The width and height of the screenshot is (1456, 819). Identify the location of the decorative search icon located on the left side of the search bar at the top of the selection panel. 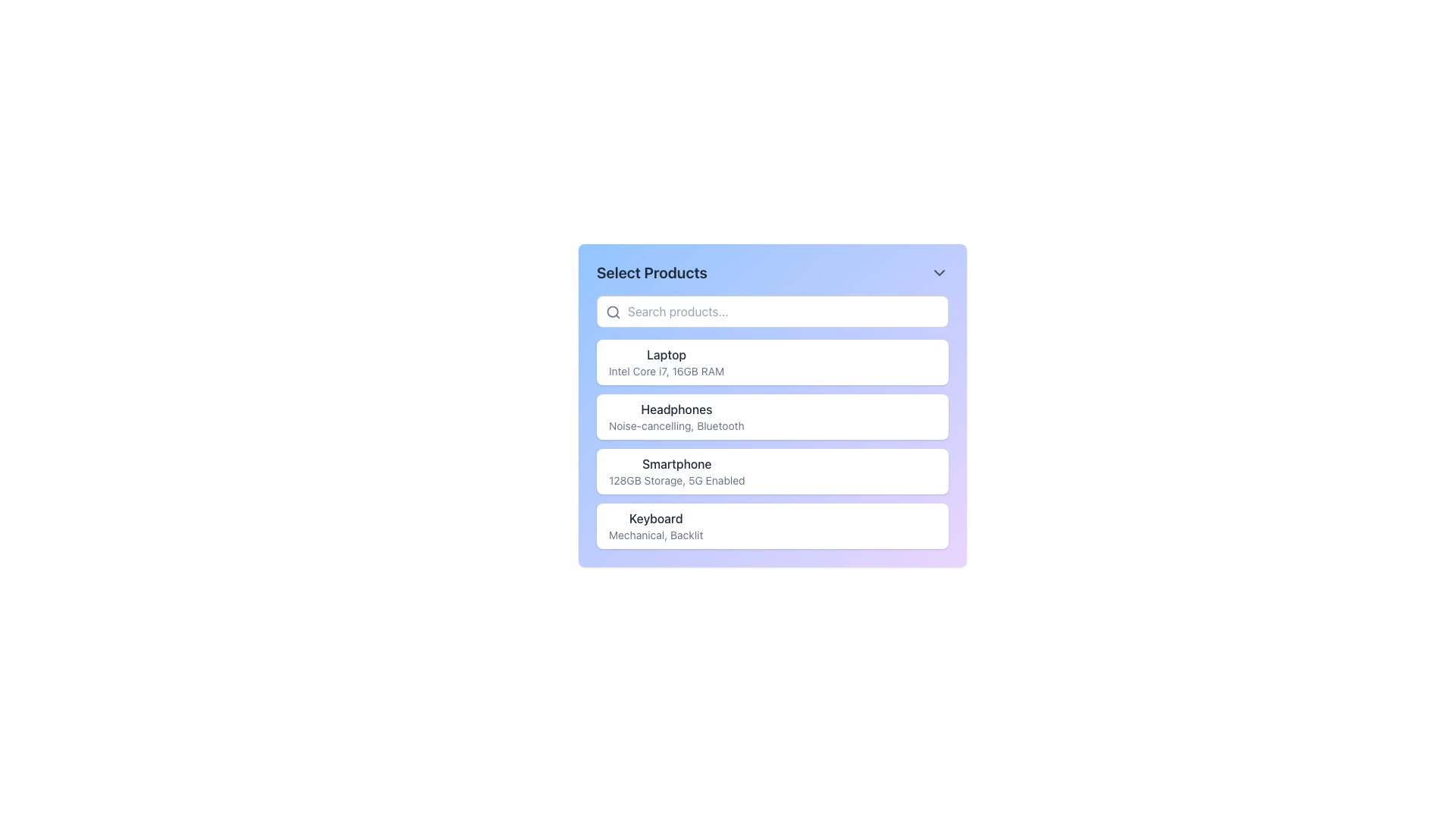
(613, 312).